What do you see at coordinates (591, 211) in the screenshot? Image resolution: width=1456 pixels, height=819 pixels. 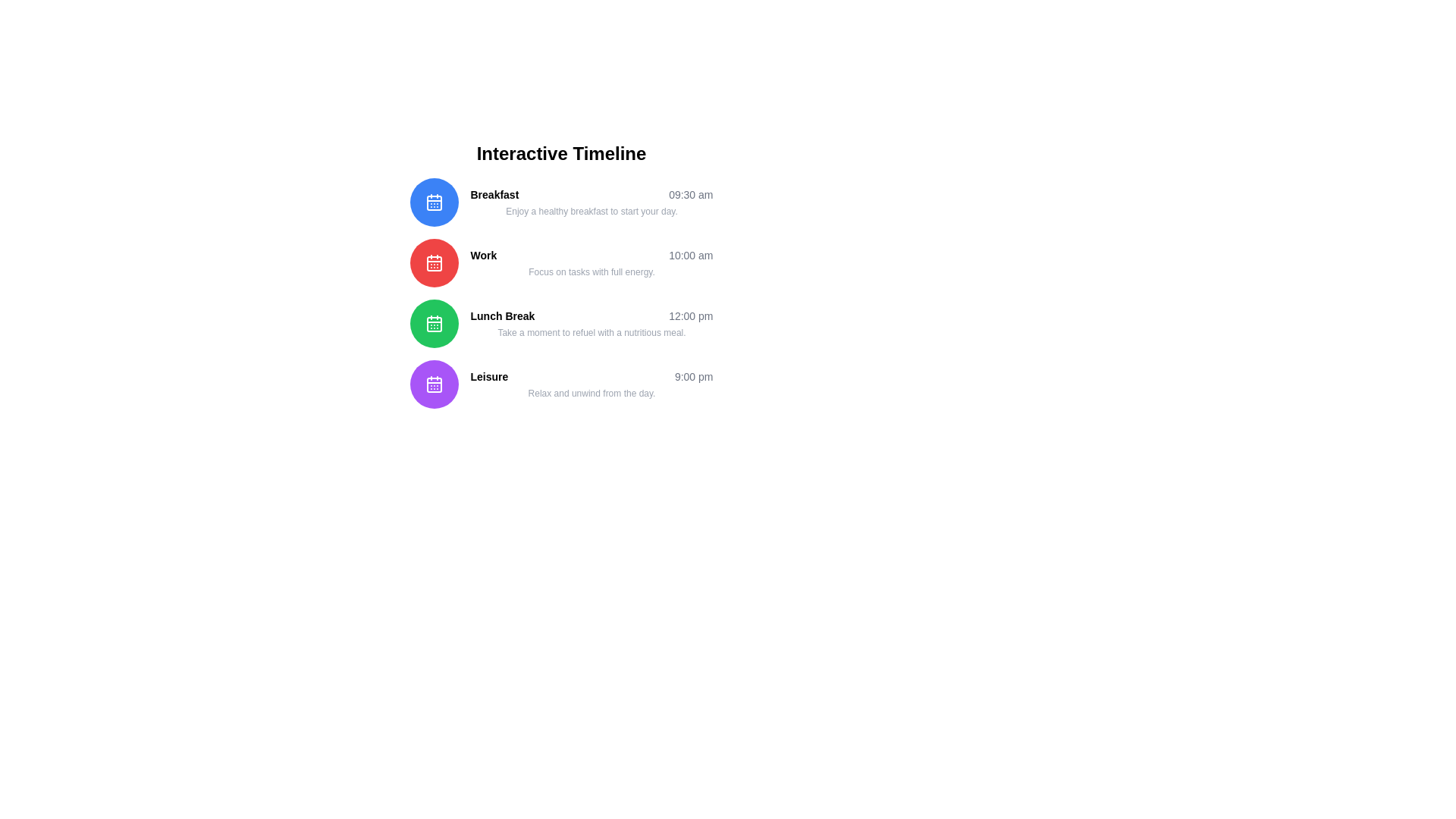 I see `text label displaying 'Enjoy a healthy breakfast to start your day.' located below the 'Breakfast' header and time indicator in the timeline interface` at bounding box center [591, 211].